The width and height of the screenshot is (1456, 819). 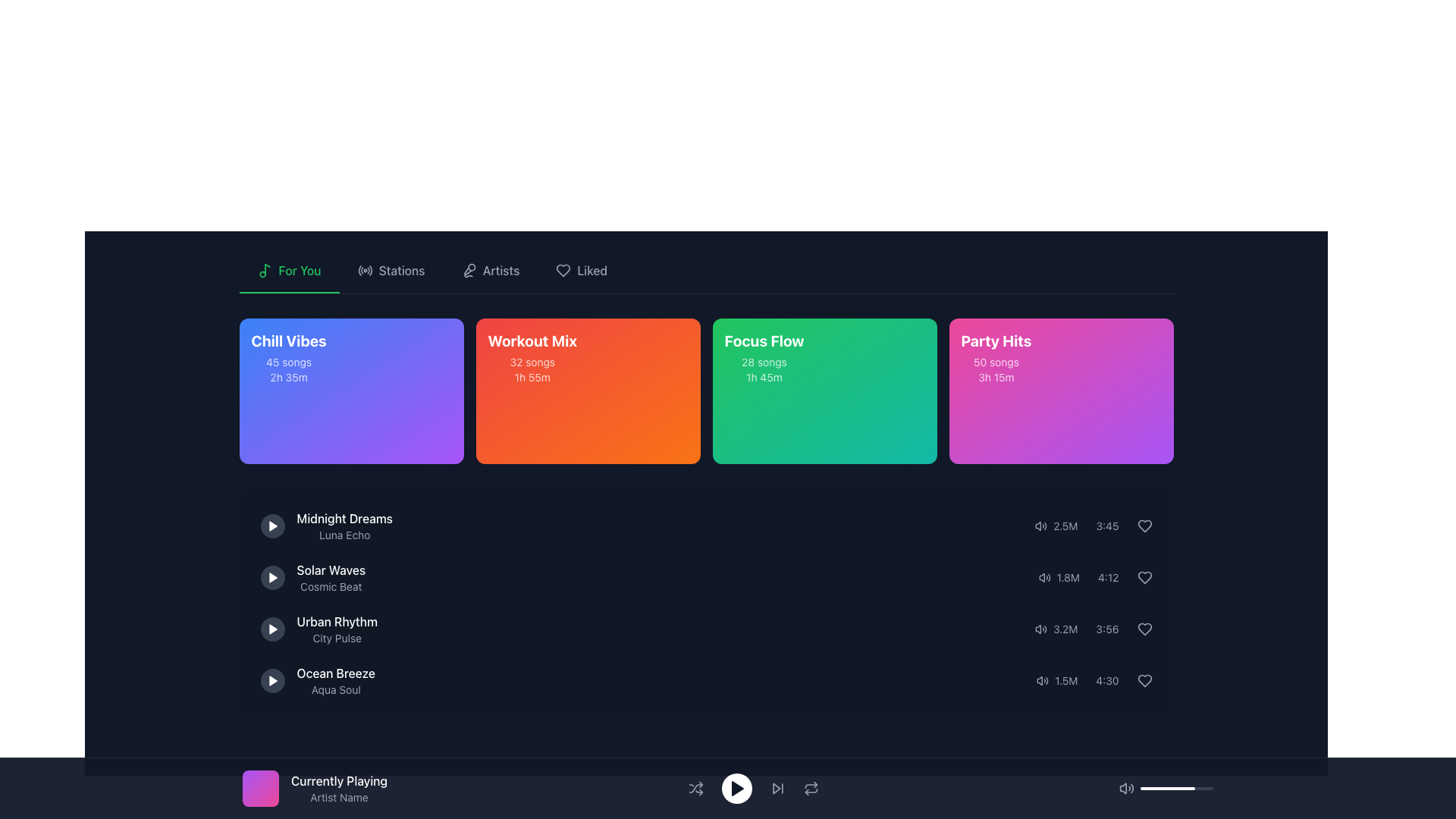 What do you see at coordinates (824, 391) in the screenshot?
I see `the third interactive playlist card from the left in the grid layout` at bounding box center [824, 391].